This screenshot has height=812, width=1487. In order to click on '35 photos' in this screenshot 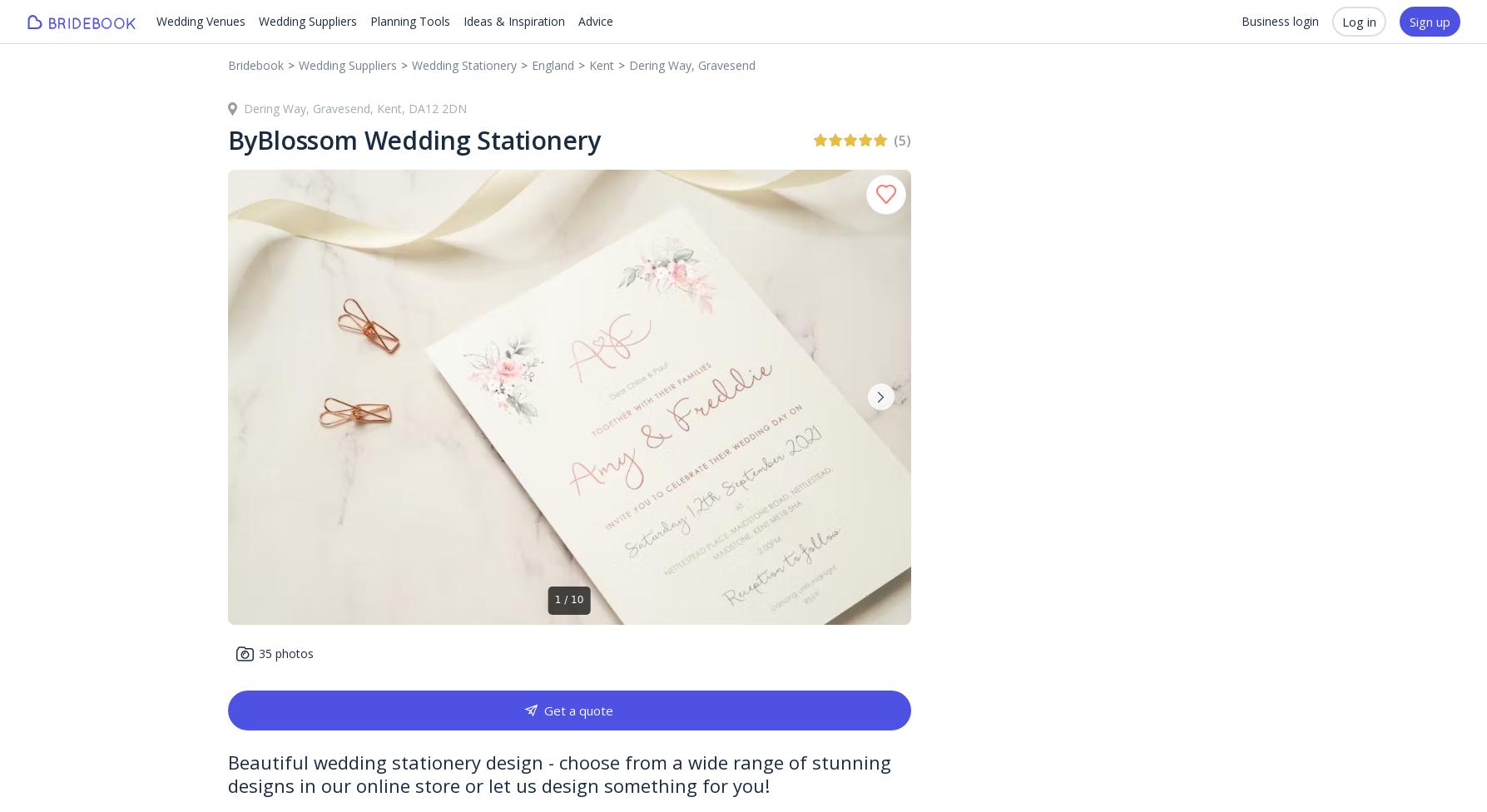, I will do `click(284, 653)`.